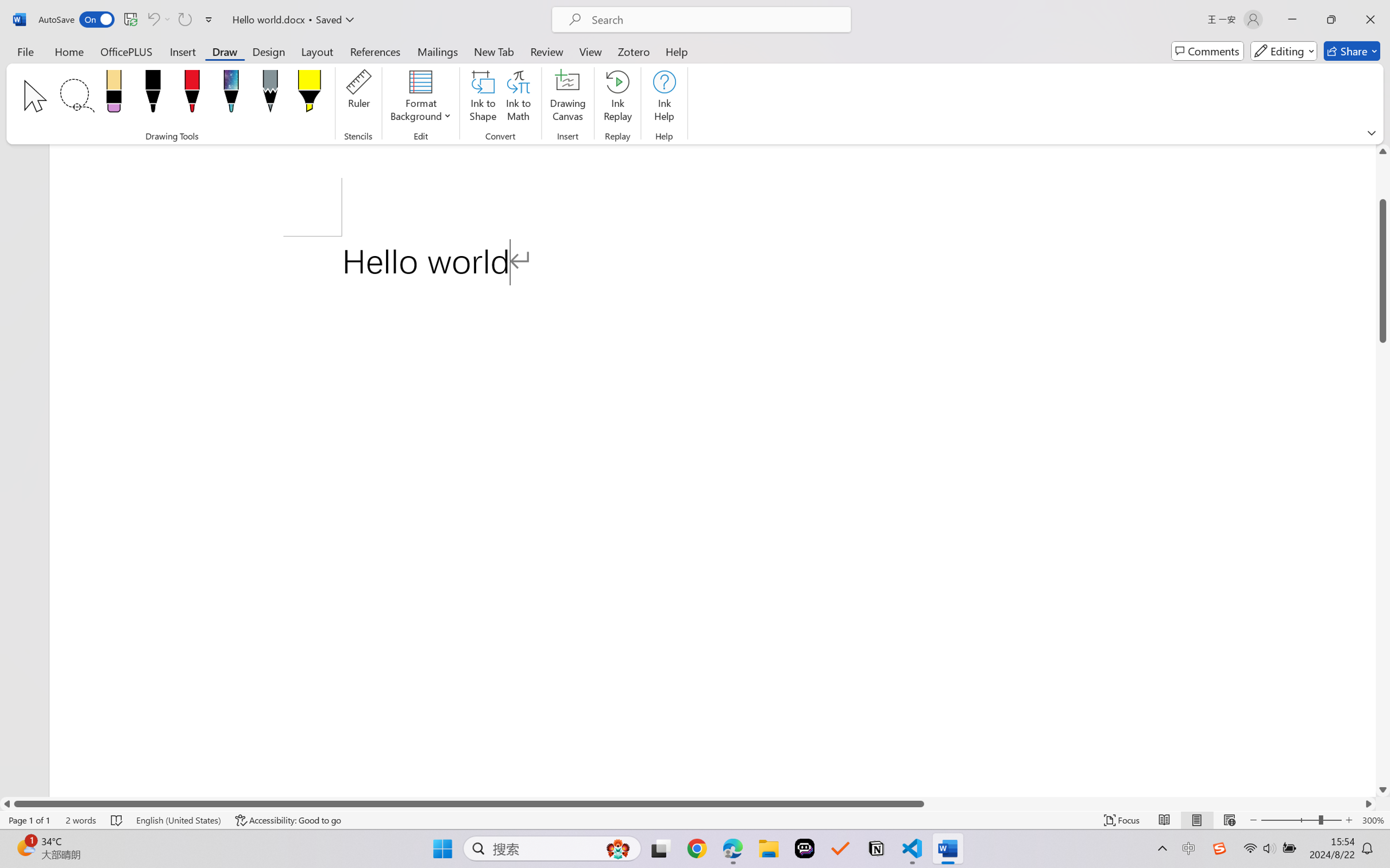 Image resolution: width=1390 pixels, height=868 pixels. What do you see at coordinates (130, 19) in the screenshot?
I see `'Save'` at bounding box center [130, 19].